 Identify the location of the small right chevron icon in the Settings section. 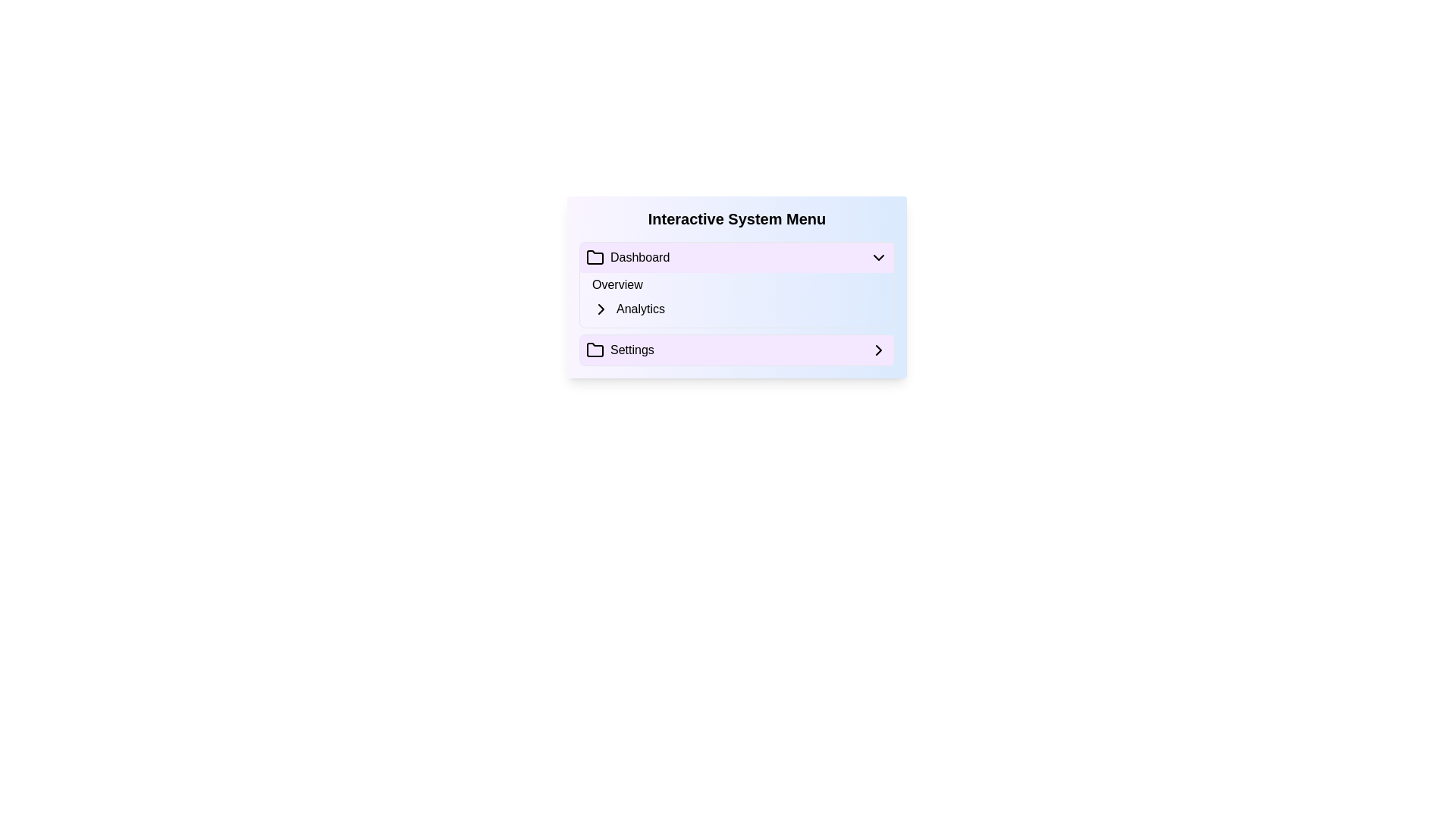
(878, 350).